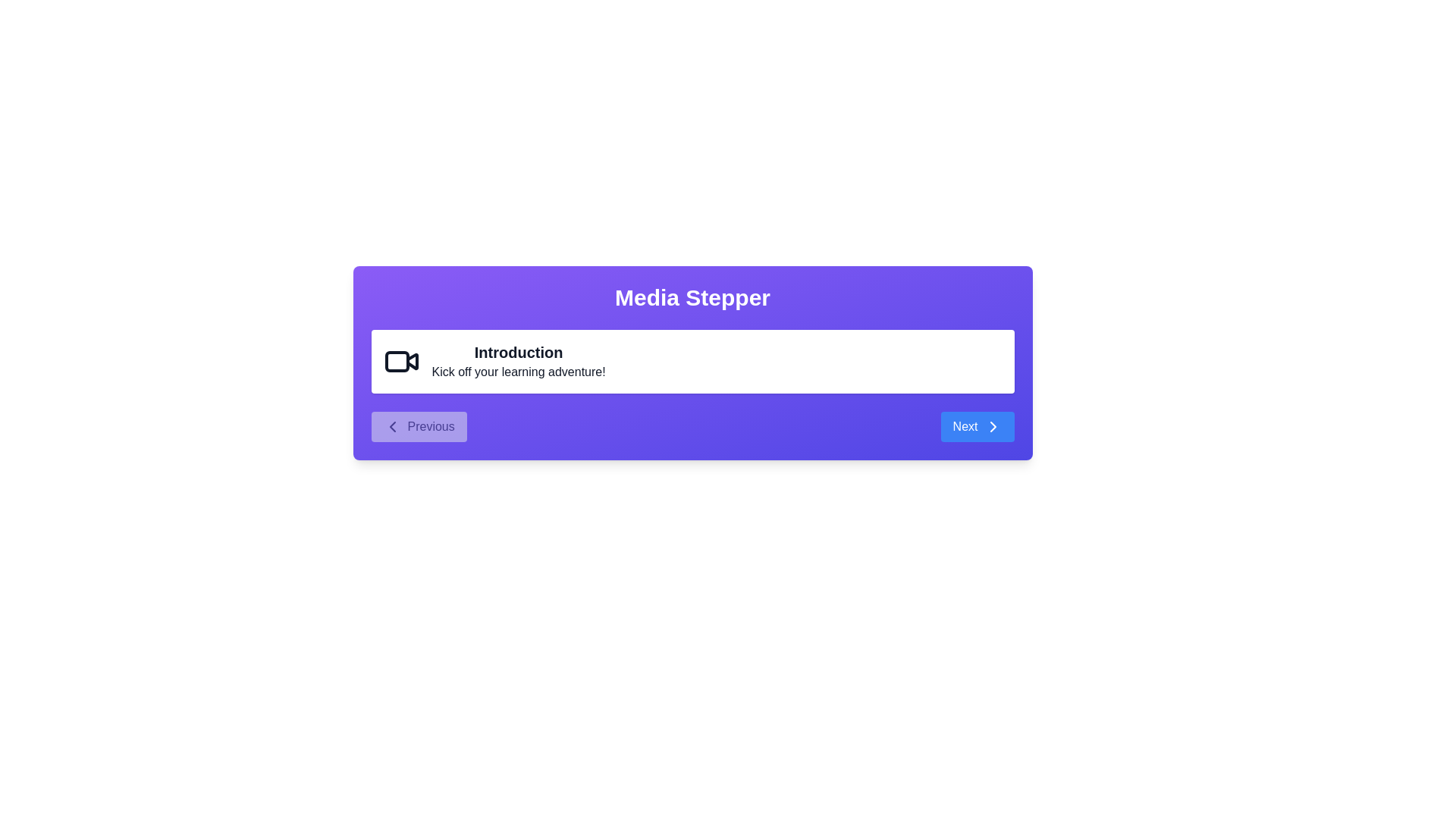 This screenshot has width=1456, height=819. I want to click on the 'Next' button to navigate to the next step, so click(977, 427).